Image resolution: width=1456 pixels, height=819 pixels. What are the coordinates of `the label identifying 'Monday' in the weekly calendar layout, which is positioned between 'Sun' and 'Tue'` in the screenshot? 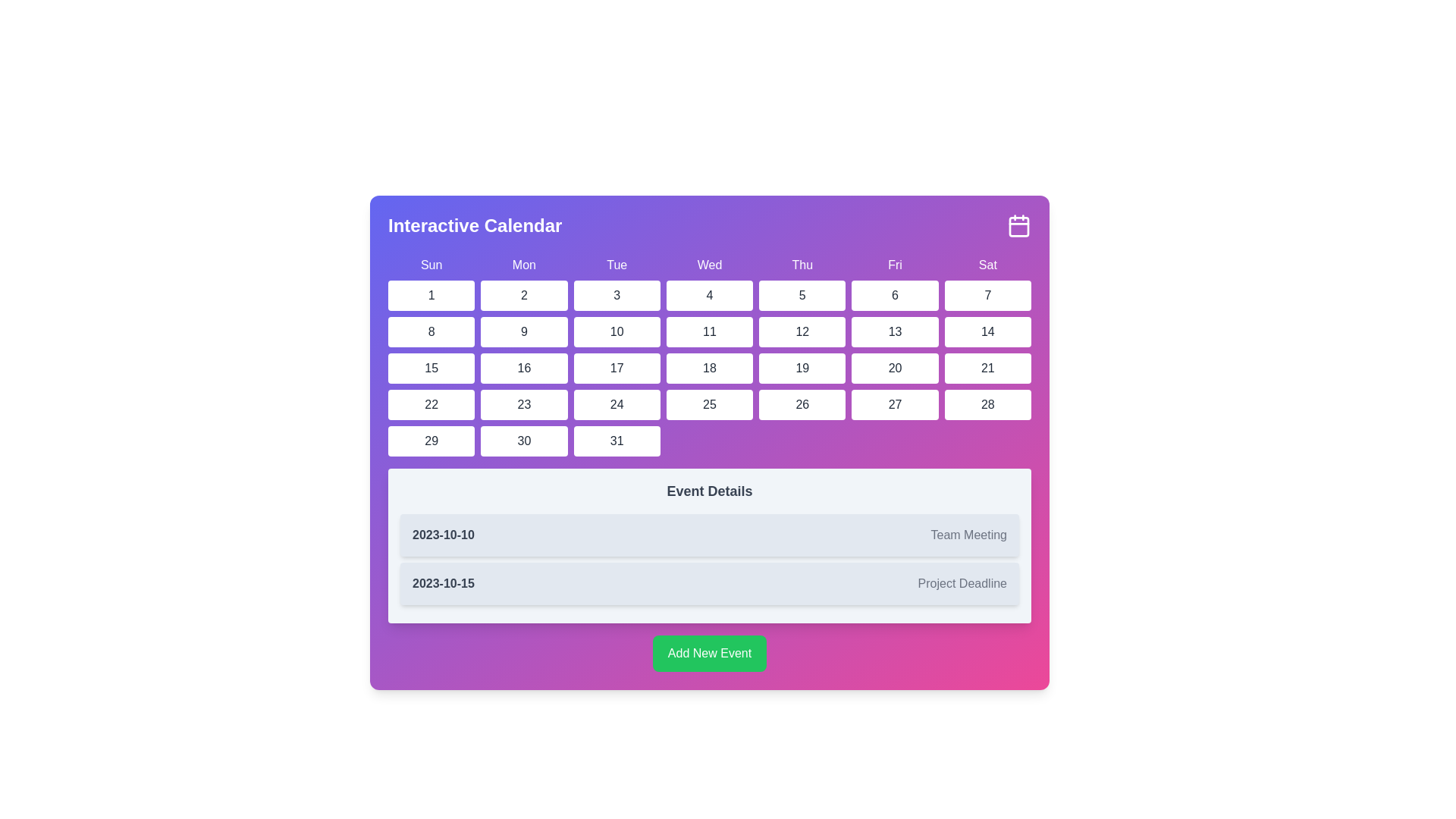 It's located at (524, 265).